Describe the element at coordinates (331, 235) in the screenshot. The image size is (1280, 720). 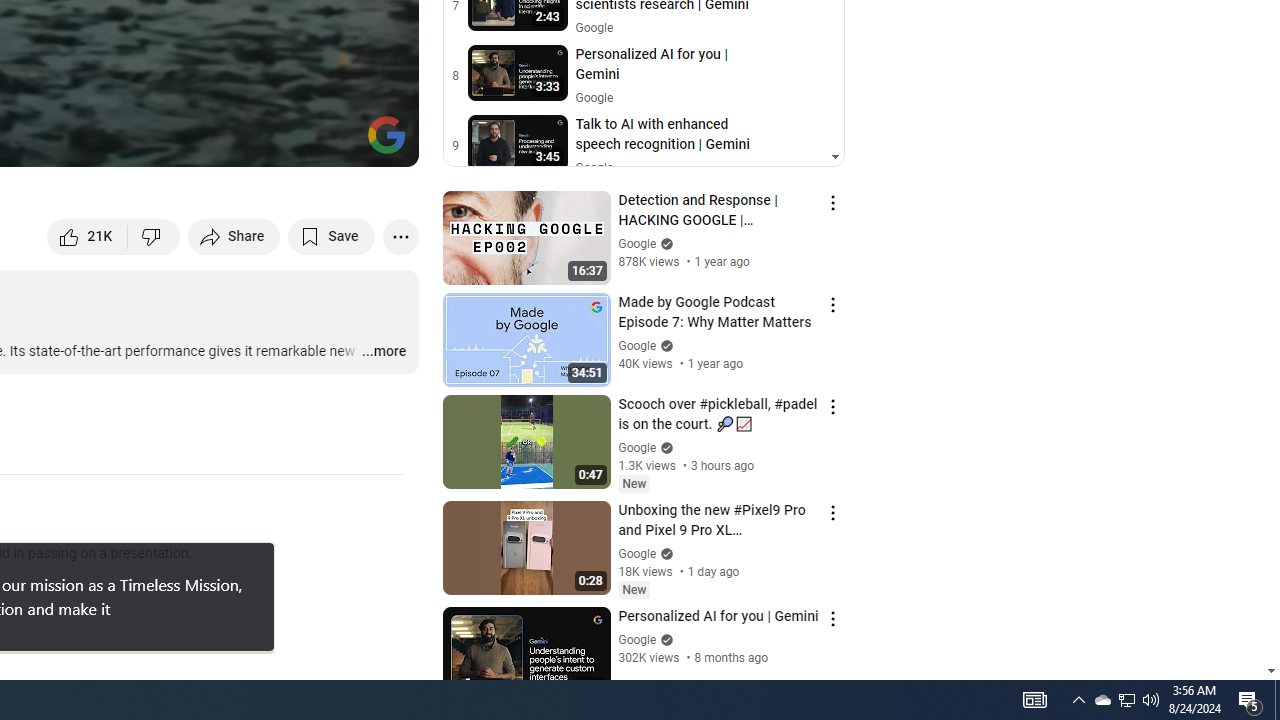
I see `'Save to playlist'` at that location.